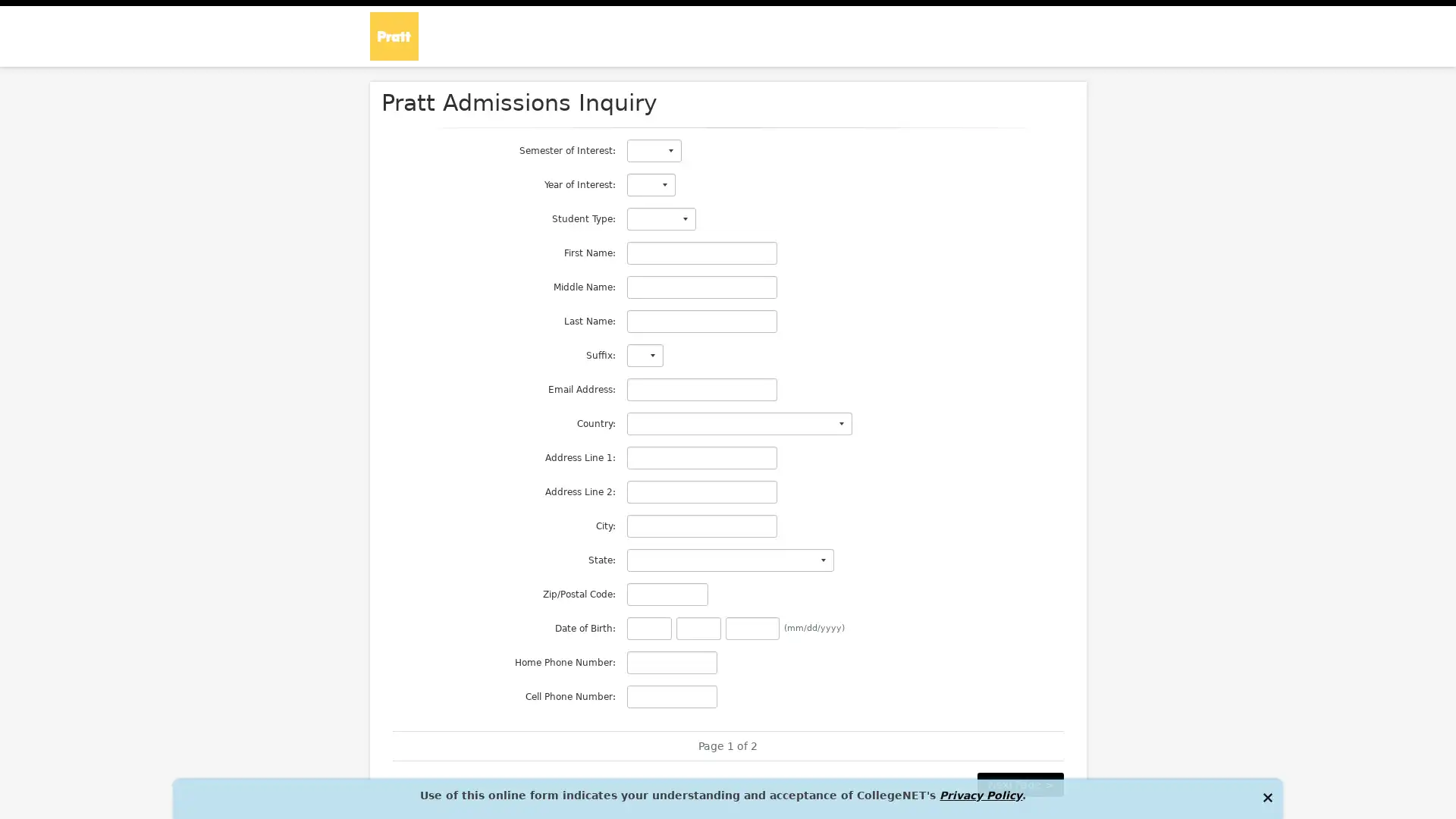 The height and width of the screenshot is (819, 1456). Describe the element at coordinates (1266, 795) in the screenshot. I see `Close` at that location.